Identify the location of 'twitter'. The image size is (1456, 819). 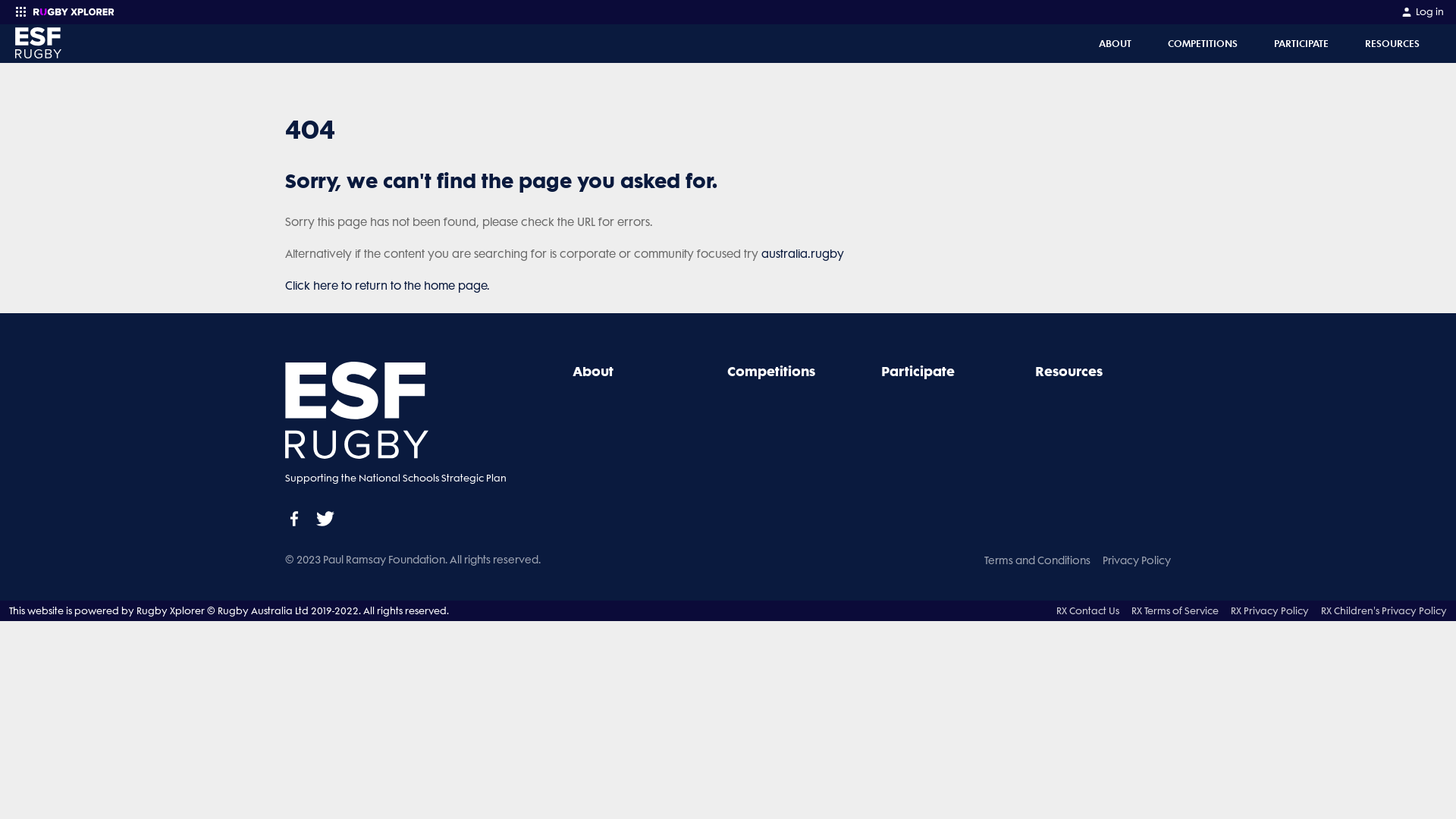
(324, 517).